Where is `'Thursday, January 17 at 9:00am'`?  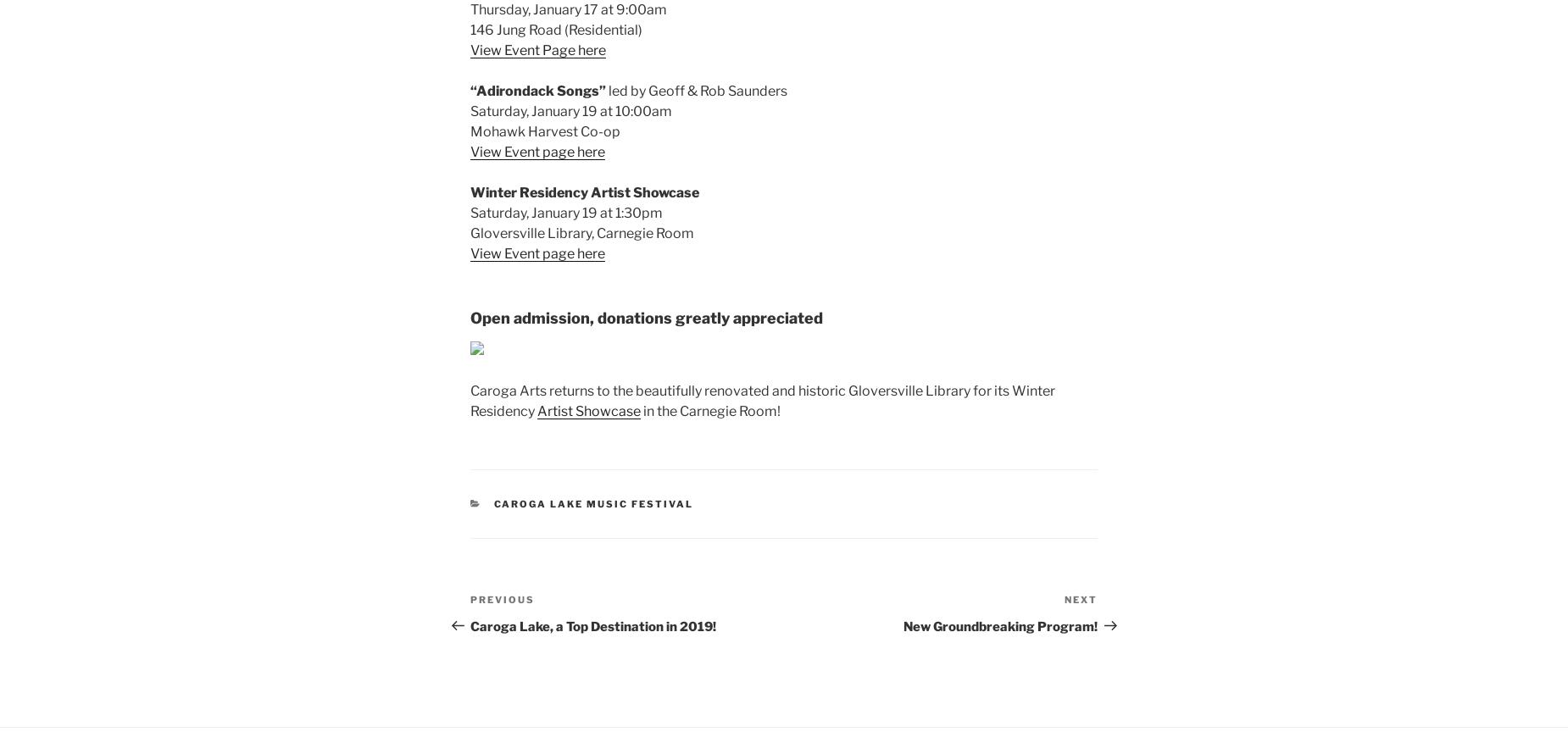 'Thursday, January 17 at 9:00am' is located at coordinates (568, 8).